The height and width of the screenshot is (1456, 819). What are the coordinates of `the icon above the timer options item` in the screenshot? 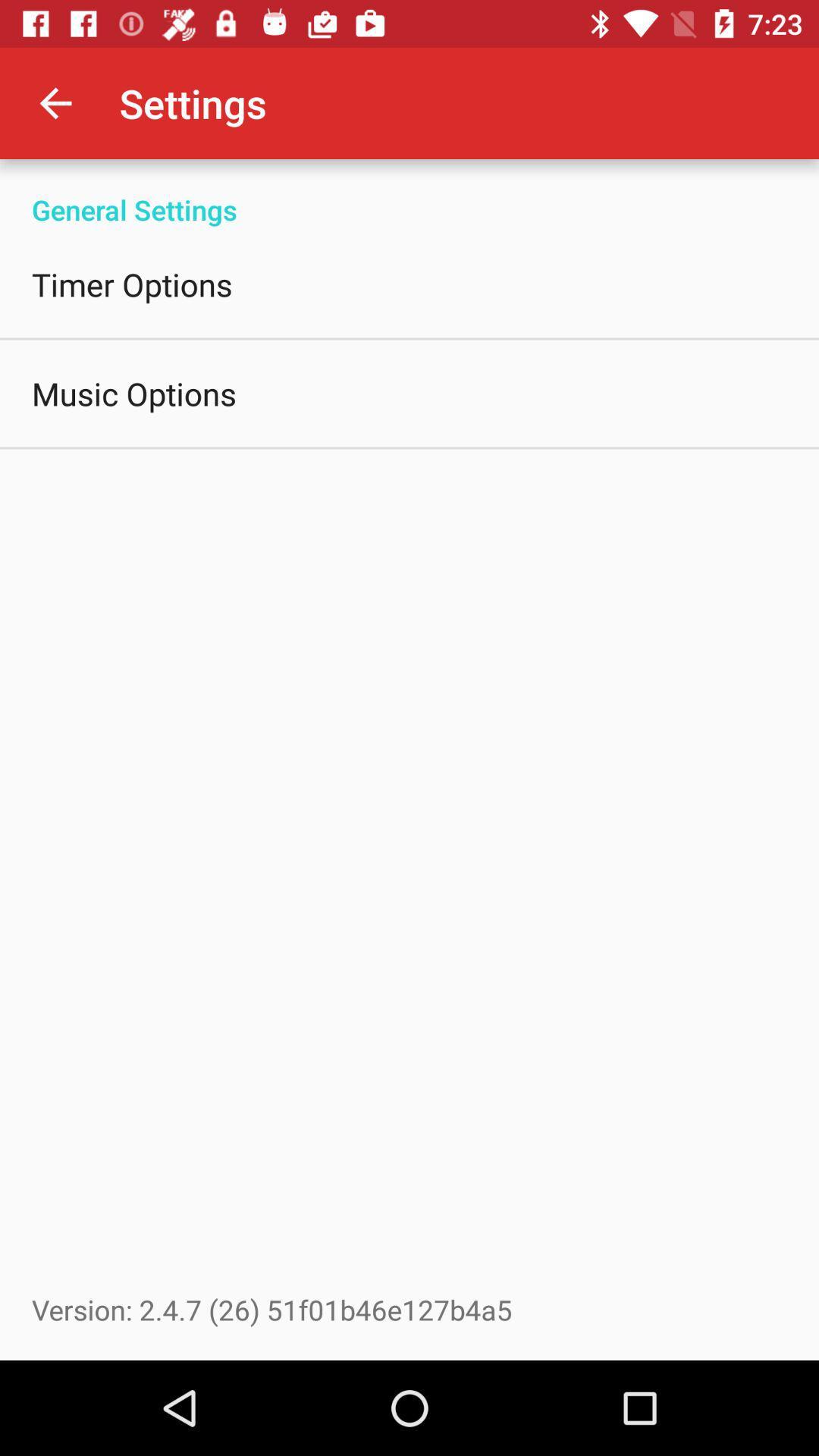 It's located at (409, 193).